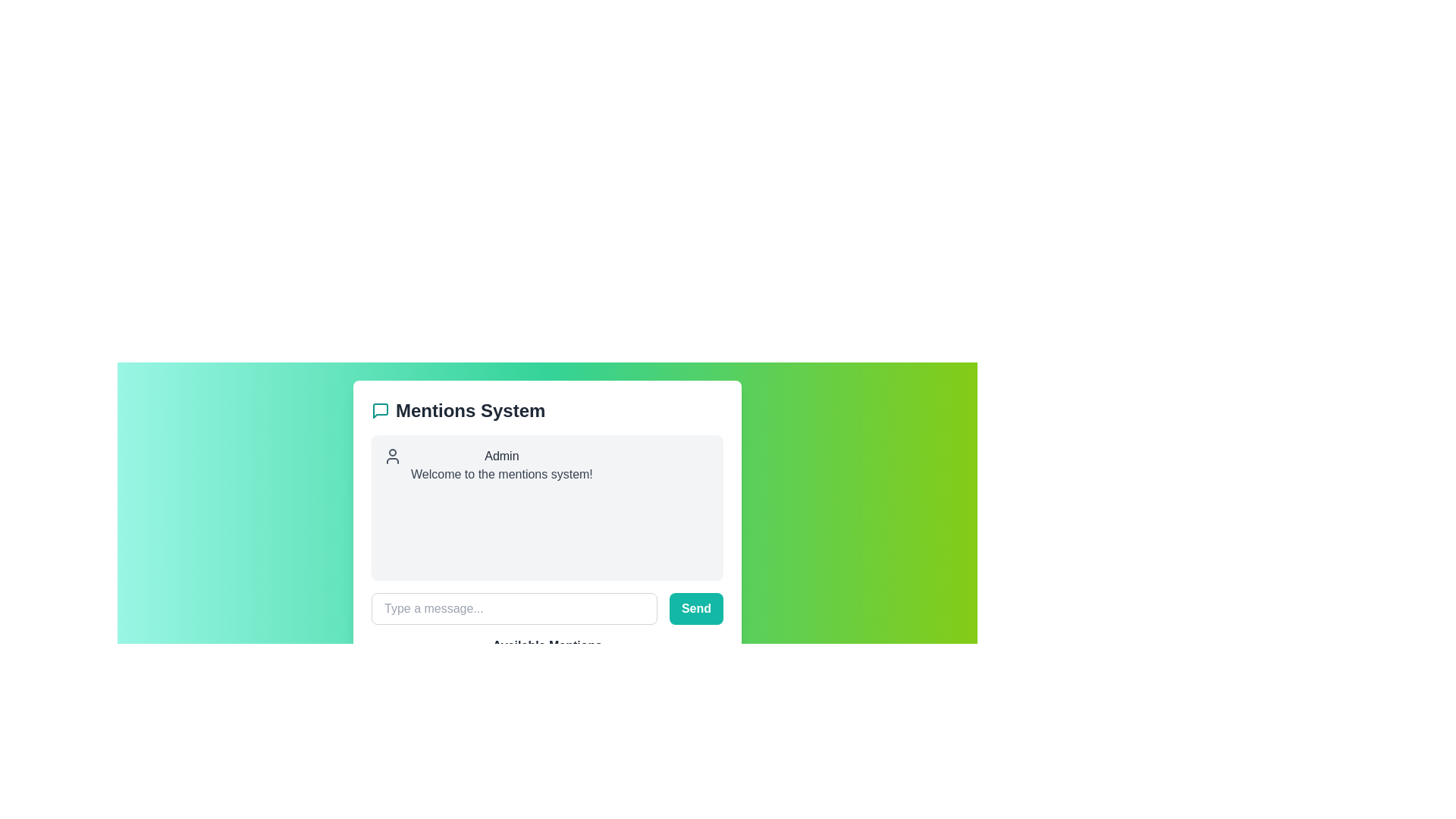  Describe the element at coordinates (381, 411) in the screenshot. I see `the speech bubble icon representing the 'Mentions System', located next to the text 'Mentions System' at the top-left corner of the interface` at that location.